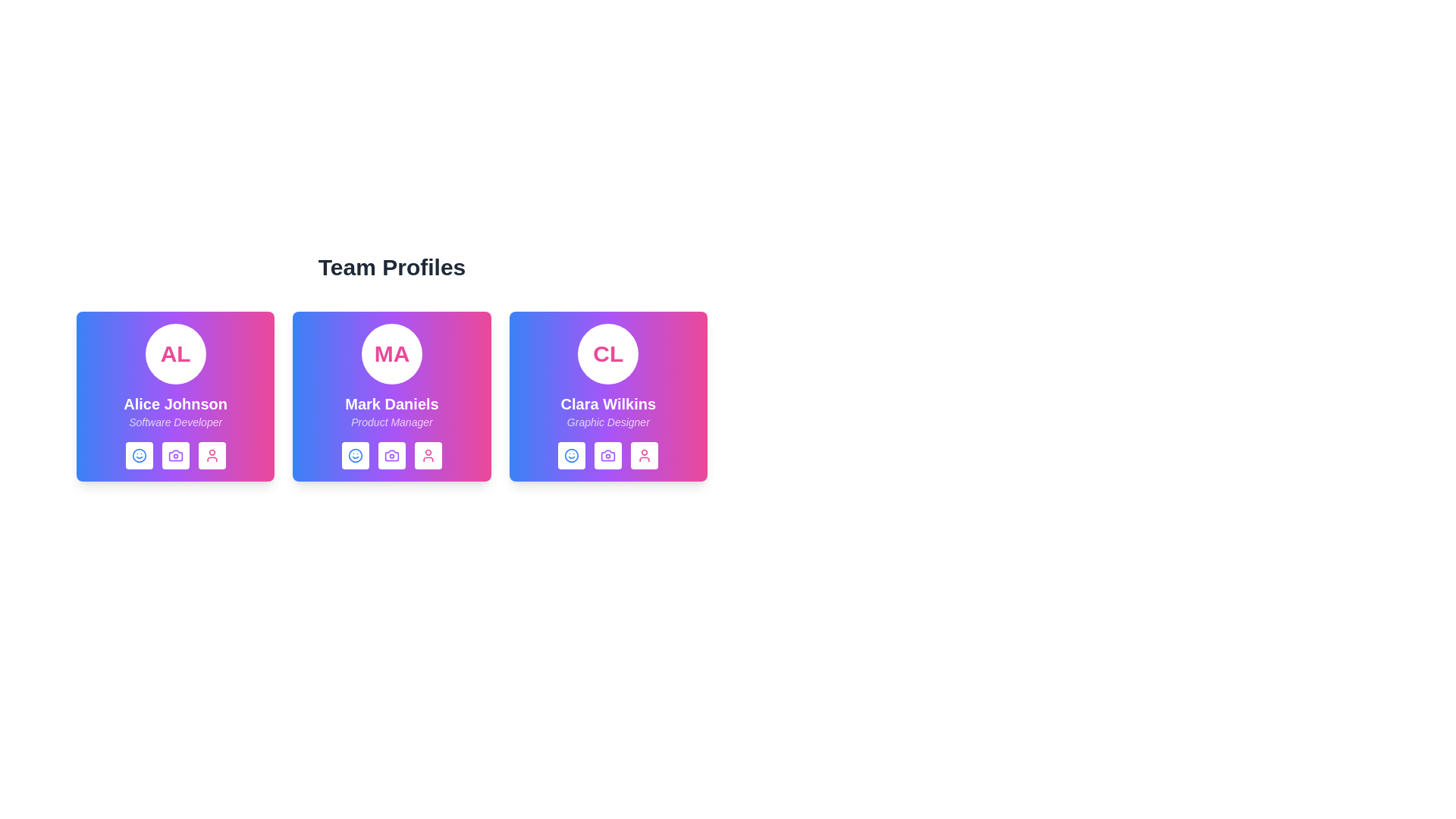  Describe the element at coordinates (608, 455) in the screenshot. I see `the camera icon button located in the profile card of 'Clara Wilkins'` at that location.